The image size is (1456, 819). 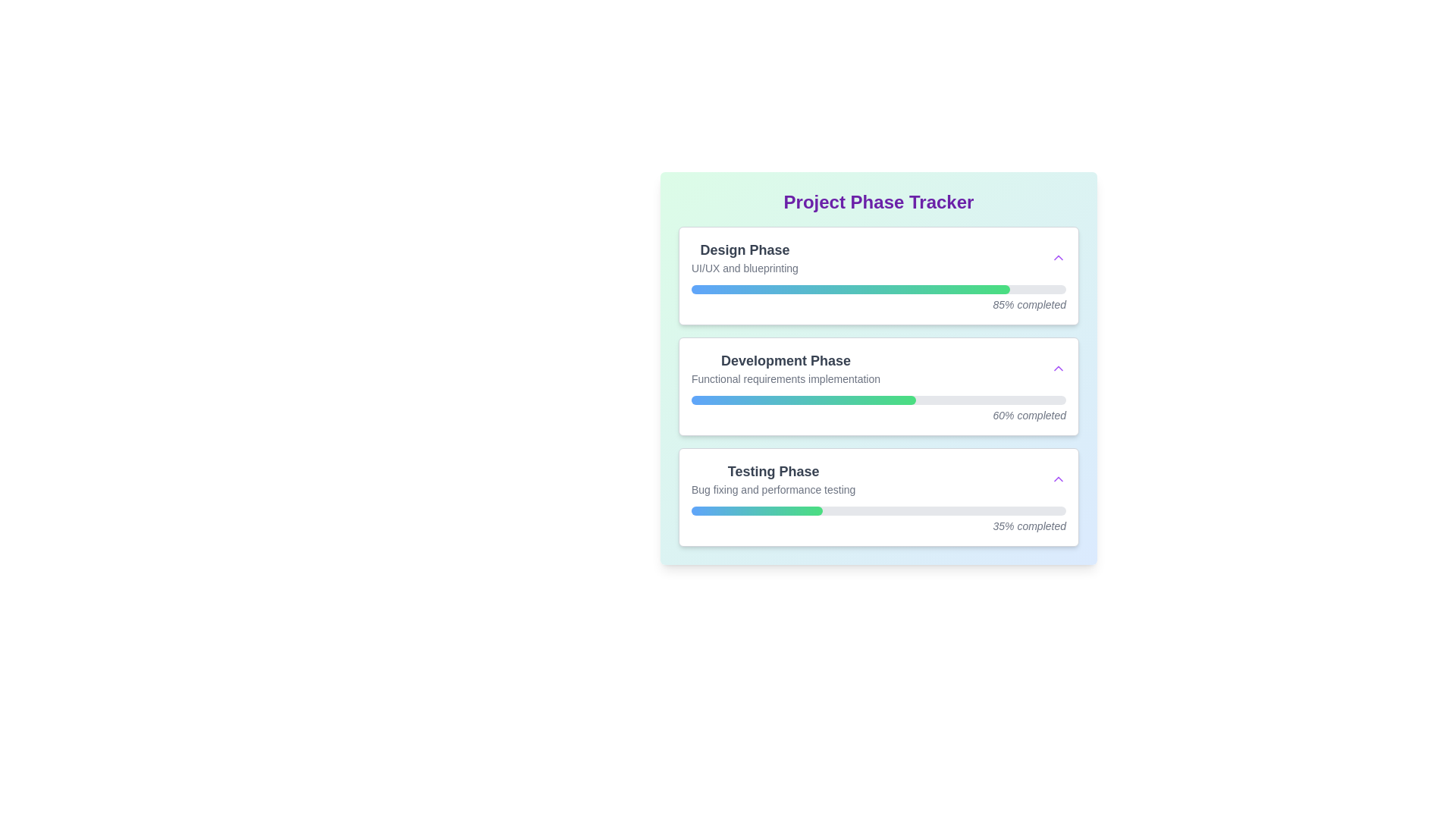 I want to click on the filled portion of the progress bar segment in the 'Testing Phase' section, which is styled with a gradient from blue to green and indicates progress, so click(x=757, y=511).